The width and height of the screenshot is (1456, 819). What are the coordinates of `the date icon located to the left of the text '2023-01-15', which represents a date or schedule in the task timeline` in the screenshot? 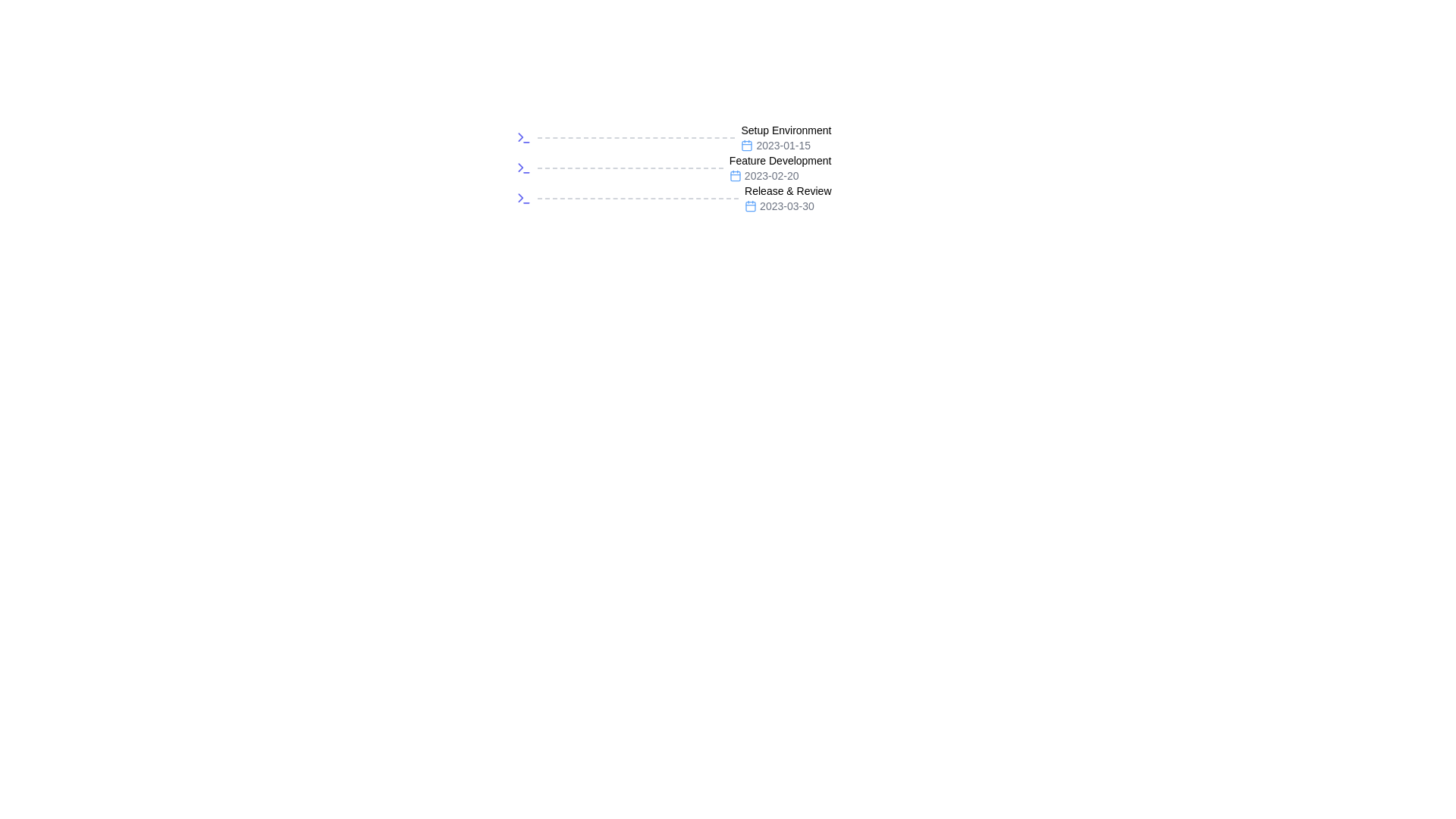 It's located at (747, 146).